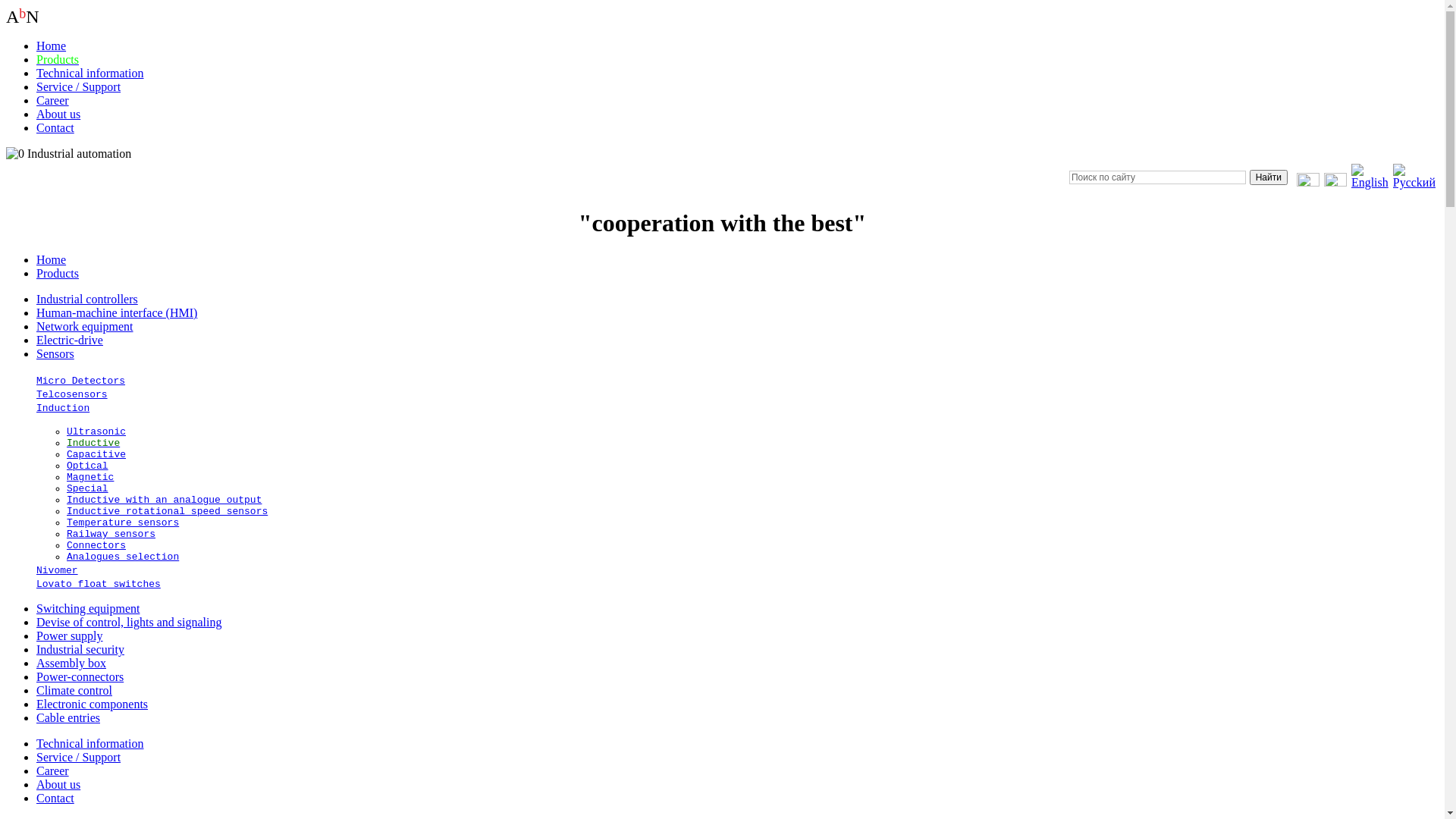 This screenshot has height=819, width=1456. What do you see at coordinates (71, 662) in the screenshot?
I see `'Assembly box'` at bounding box center [71, 662].